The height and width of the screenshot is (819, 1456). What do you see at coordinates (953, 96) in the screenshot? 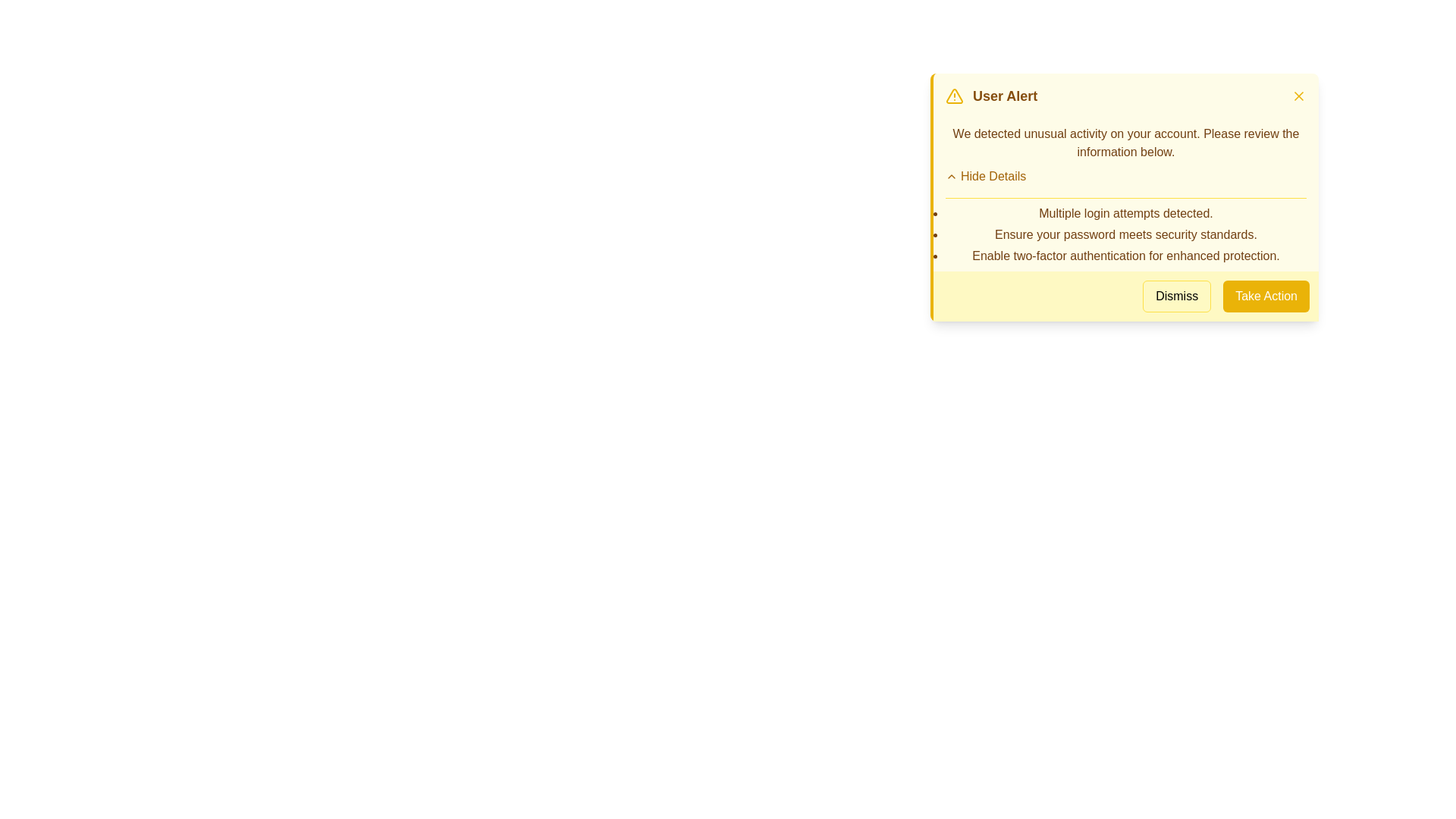
I see `the warning icon located at the top-left corner of the alert dialog, preceding the heading text 'User Alert'` at bounding box center [953, 96].